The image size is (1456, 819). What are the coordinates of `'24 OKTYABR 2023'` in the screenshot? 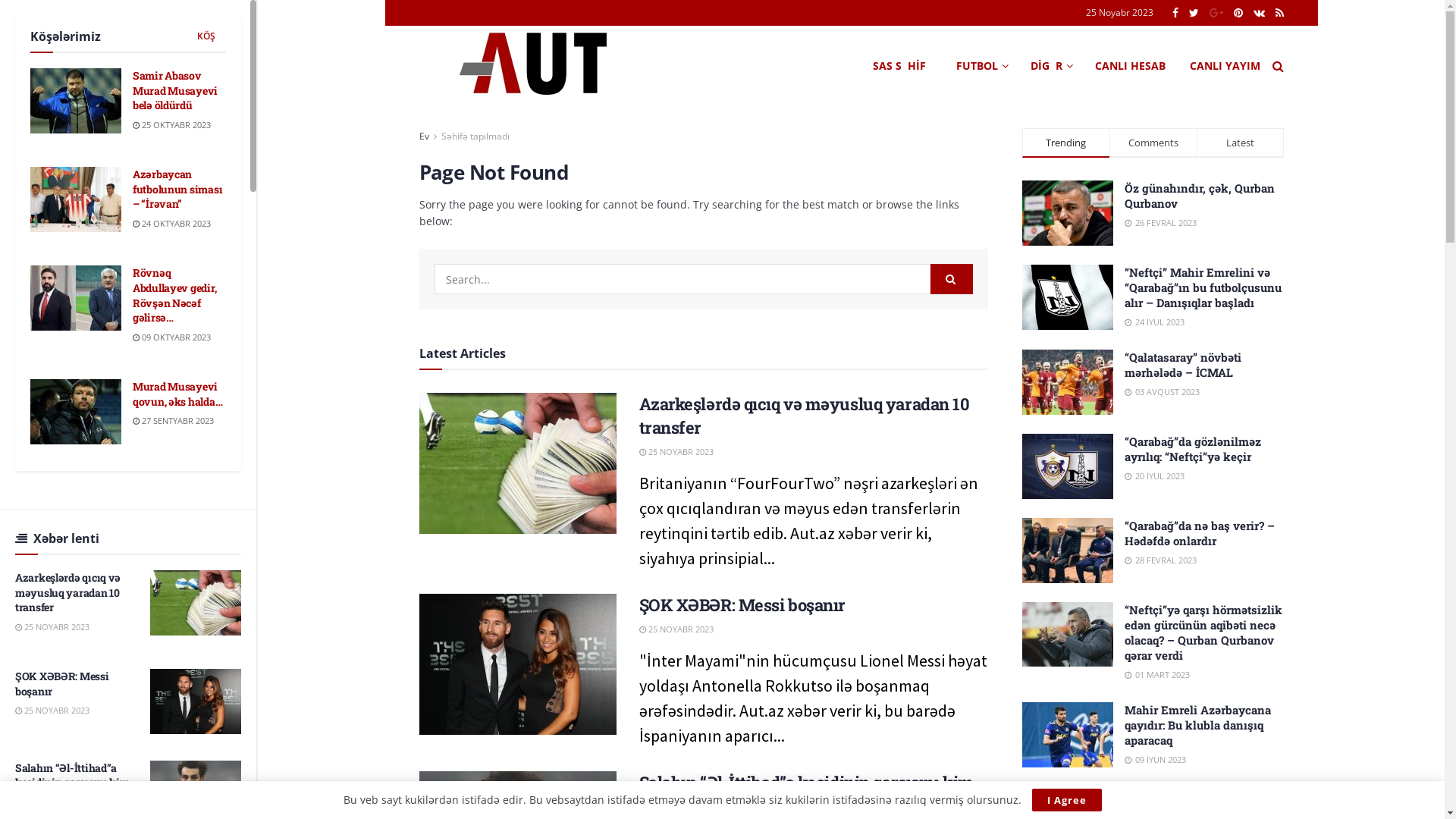 It's located at (132, 223).